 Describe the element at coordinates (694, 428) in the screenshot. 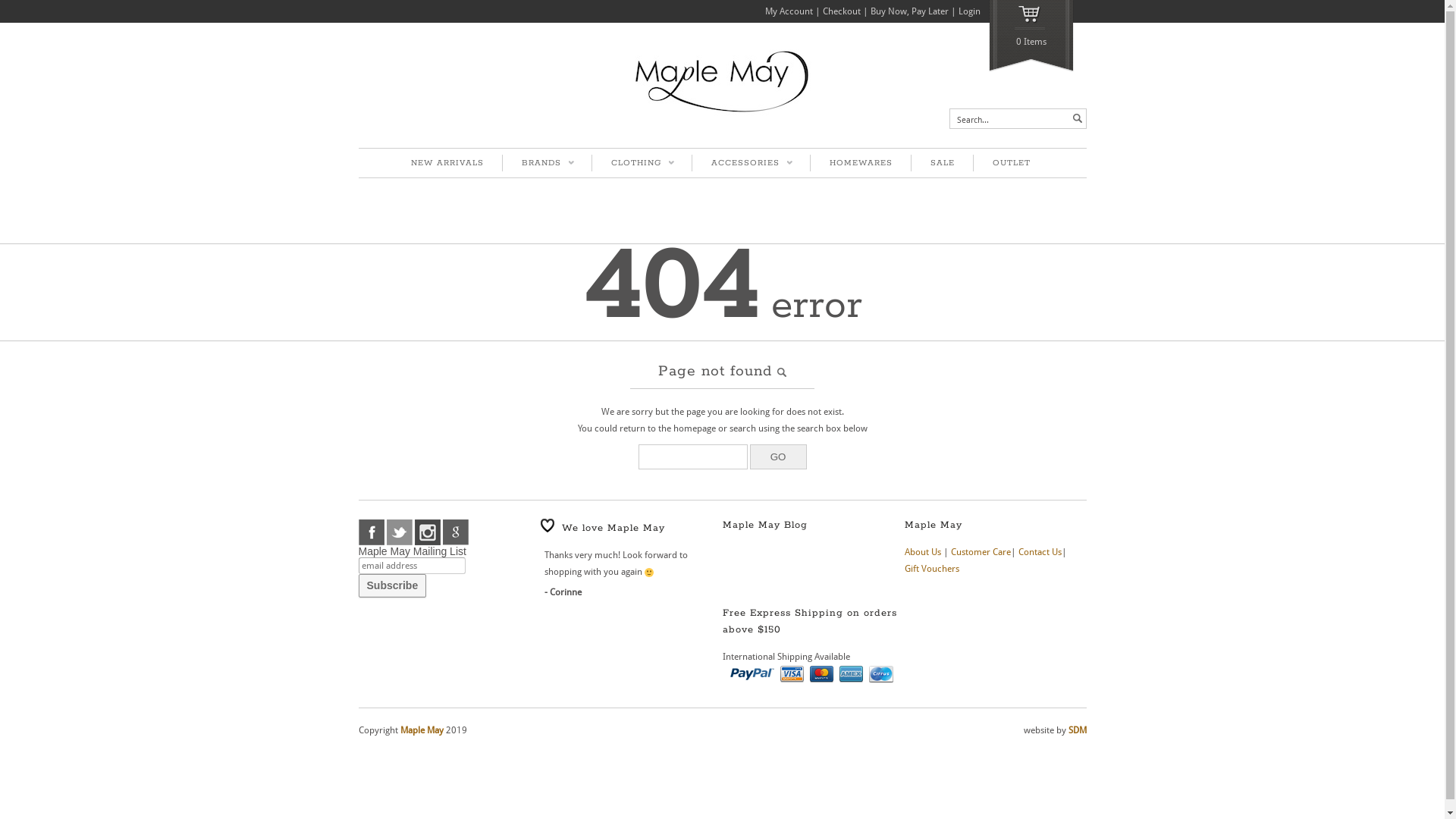

I see `'homepage'` at that location.